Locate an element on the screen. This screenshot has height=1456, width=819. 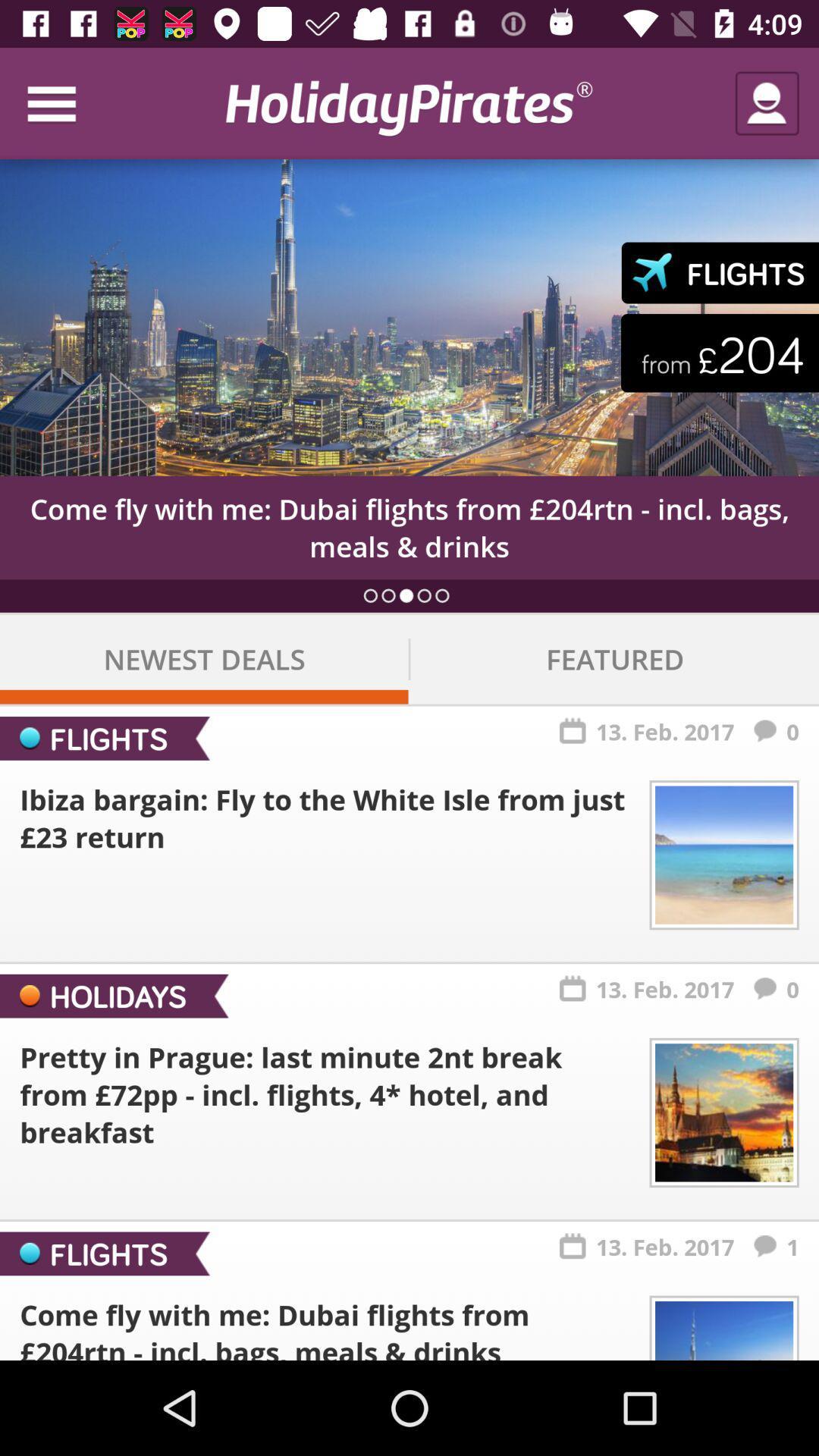
featured is located at coordinates (614, 659).